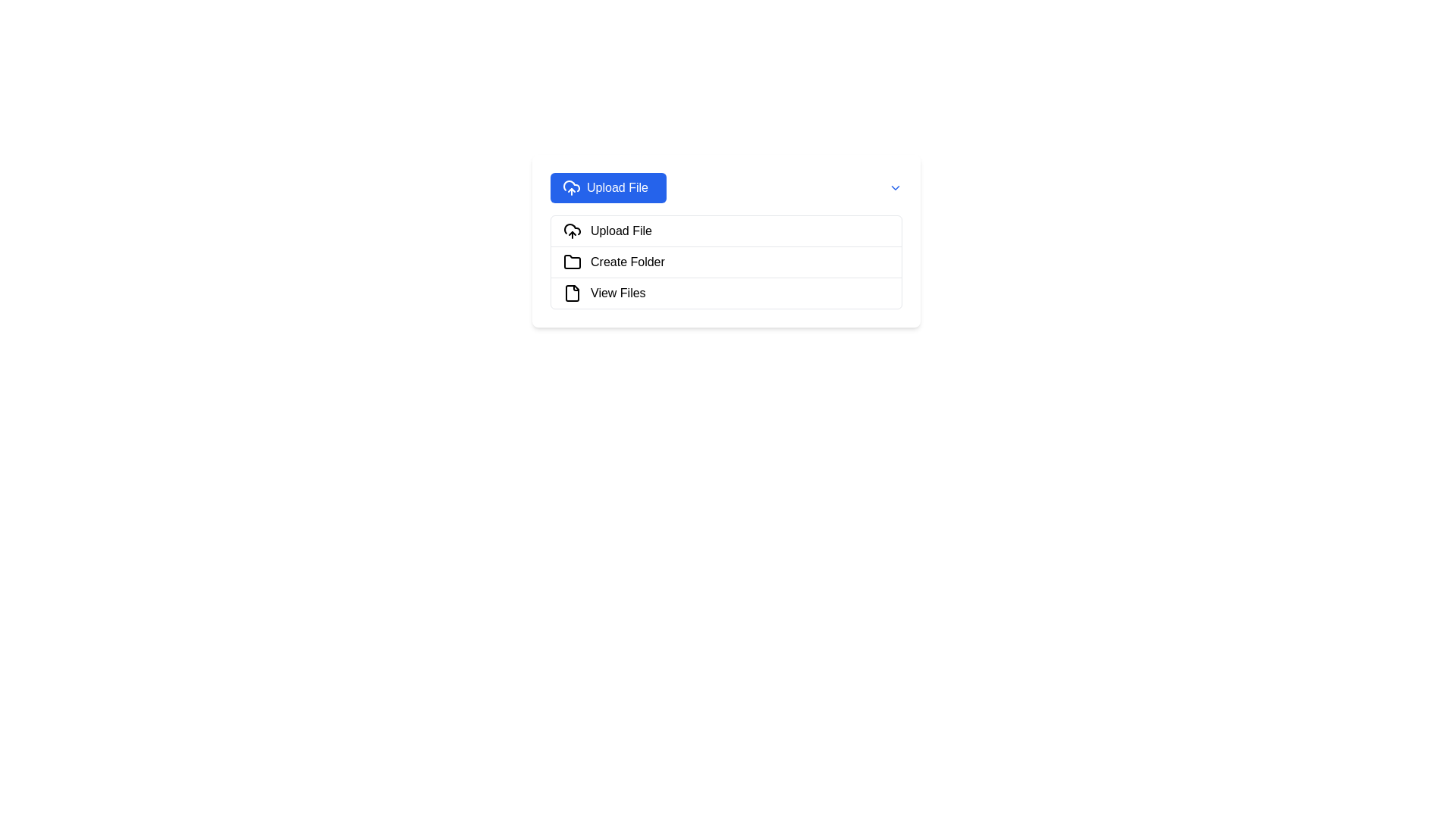 The image size is (1456, 819). Describe the element at coordinates (570, 185) in the screenshot. I see `the lower curve of the cloud upload icon, which symbolizes file uploading functionality` at that location.